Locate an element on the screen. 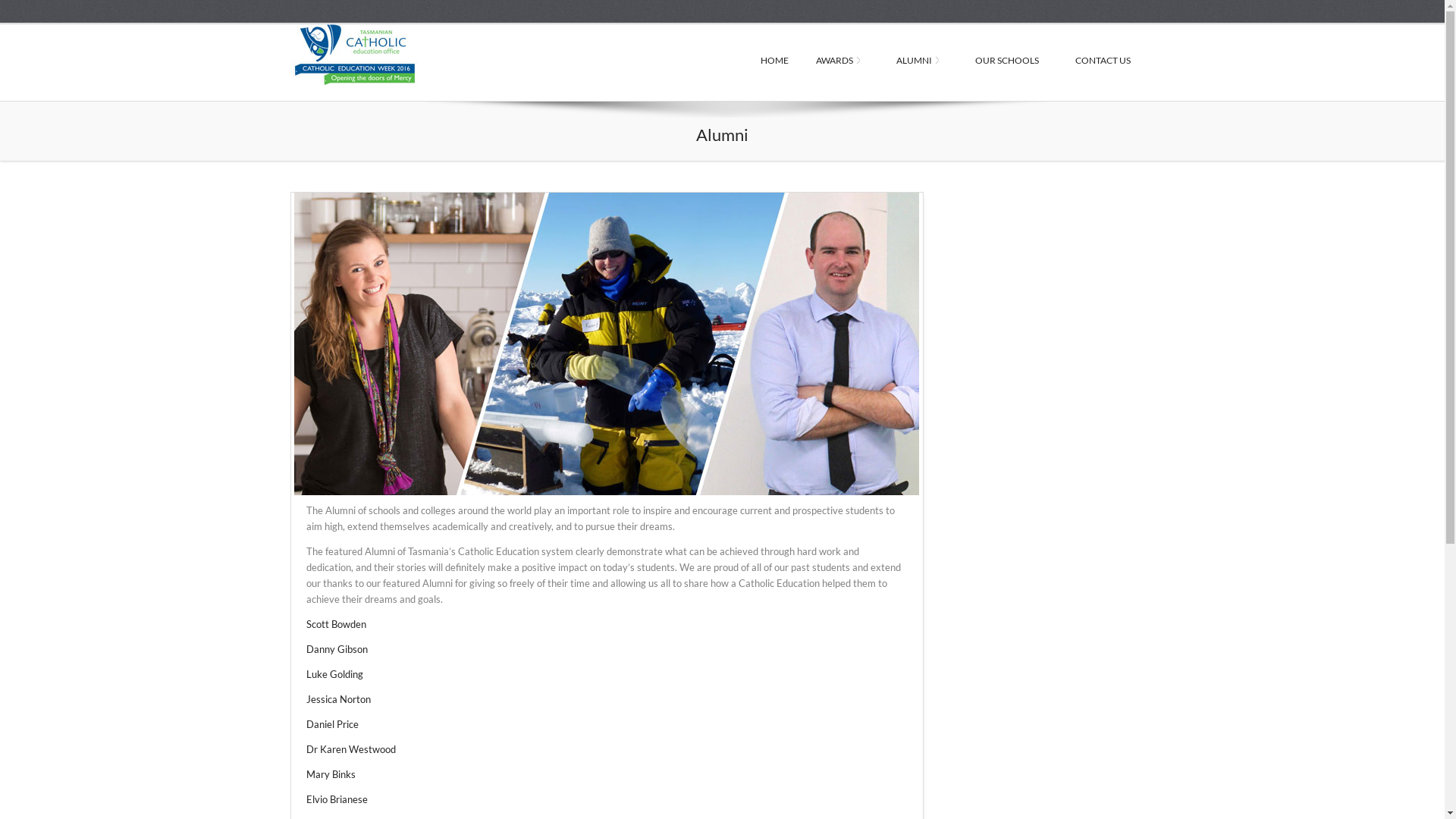  'HOME' is located at coordinates (745, 61).